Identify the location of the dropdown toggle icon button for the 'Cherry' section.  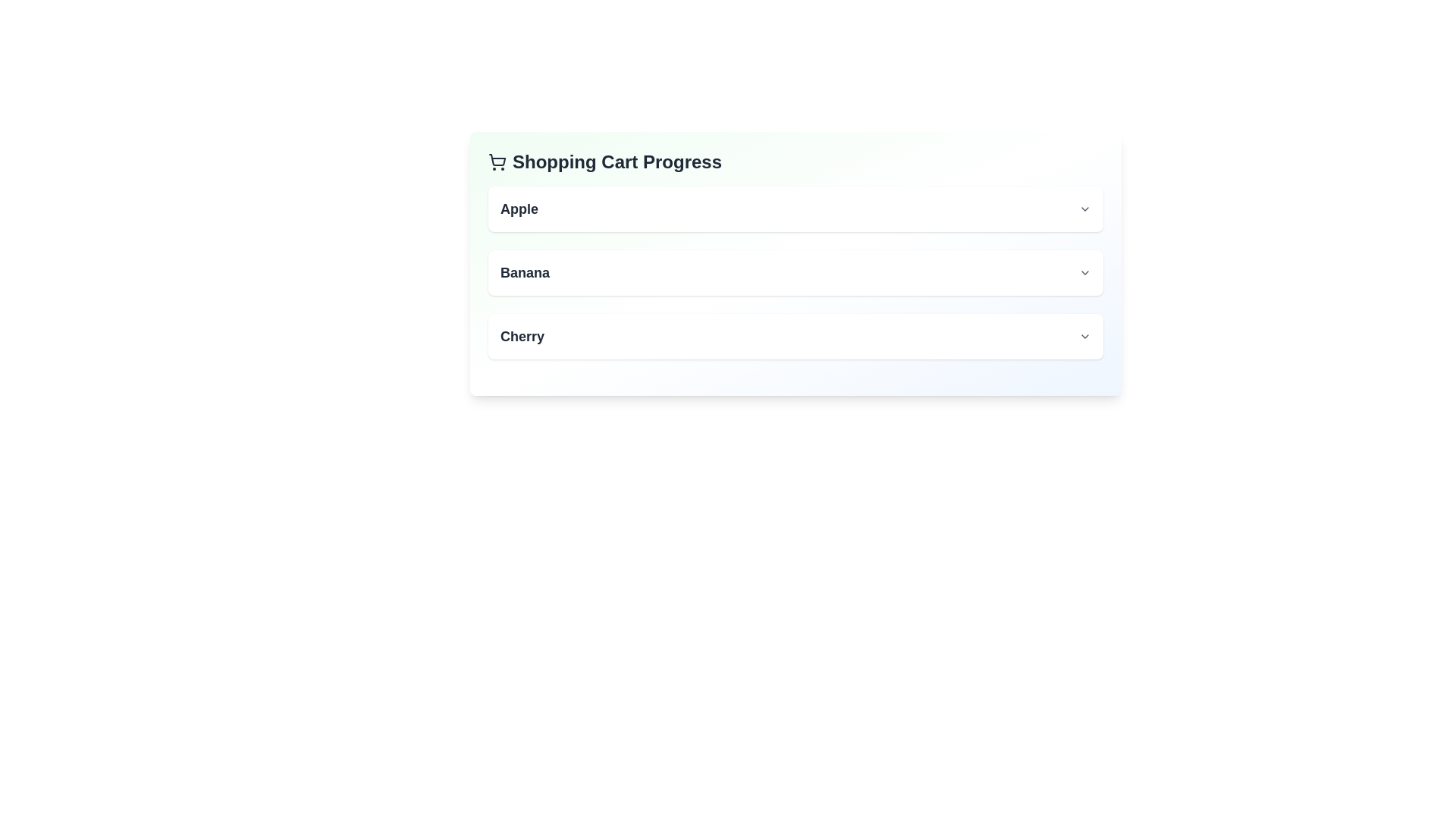
(1084, 335).